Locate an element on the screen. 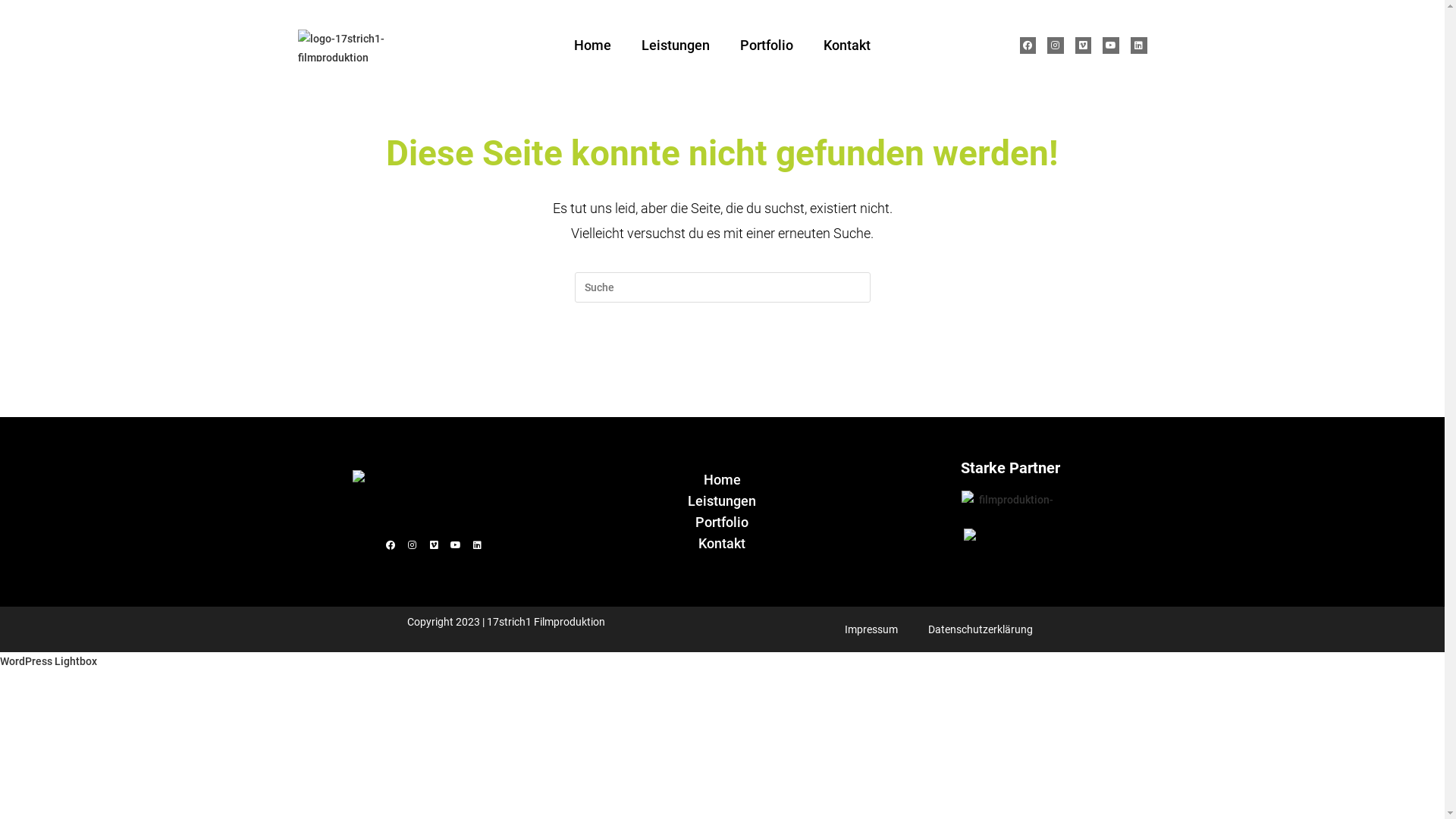  'Kontakt' is located at coordinates (720, 543).